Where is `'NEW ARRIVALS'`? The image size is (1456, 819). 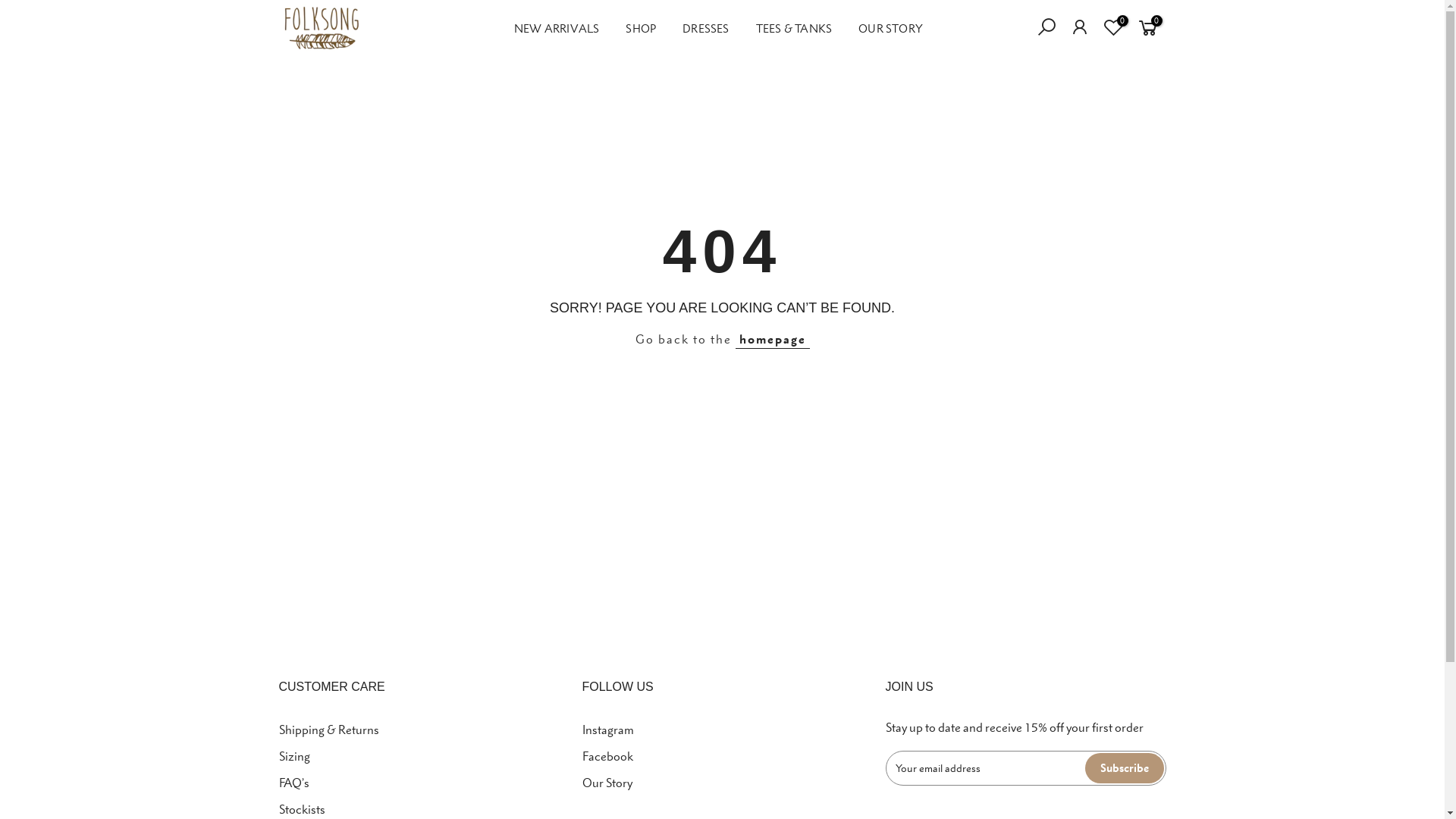
'NEW ARRIVALS' is located at coordinates (556, 28).